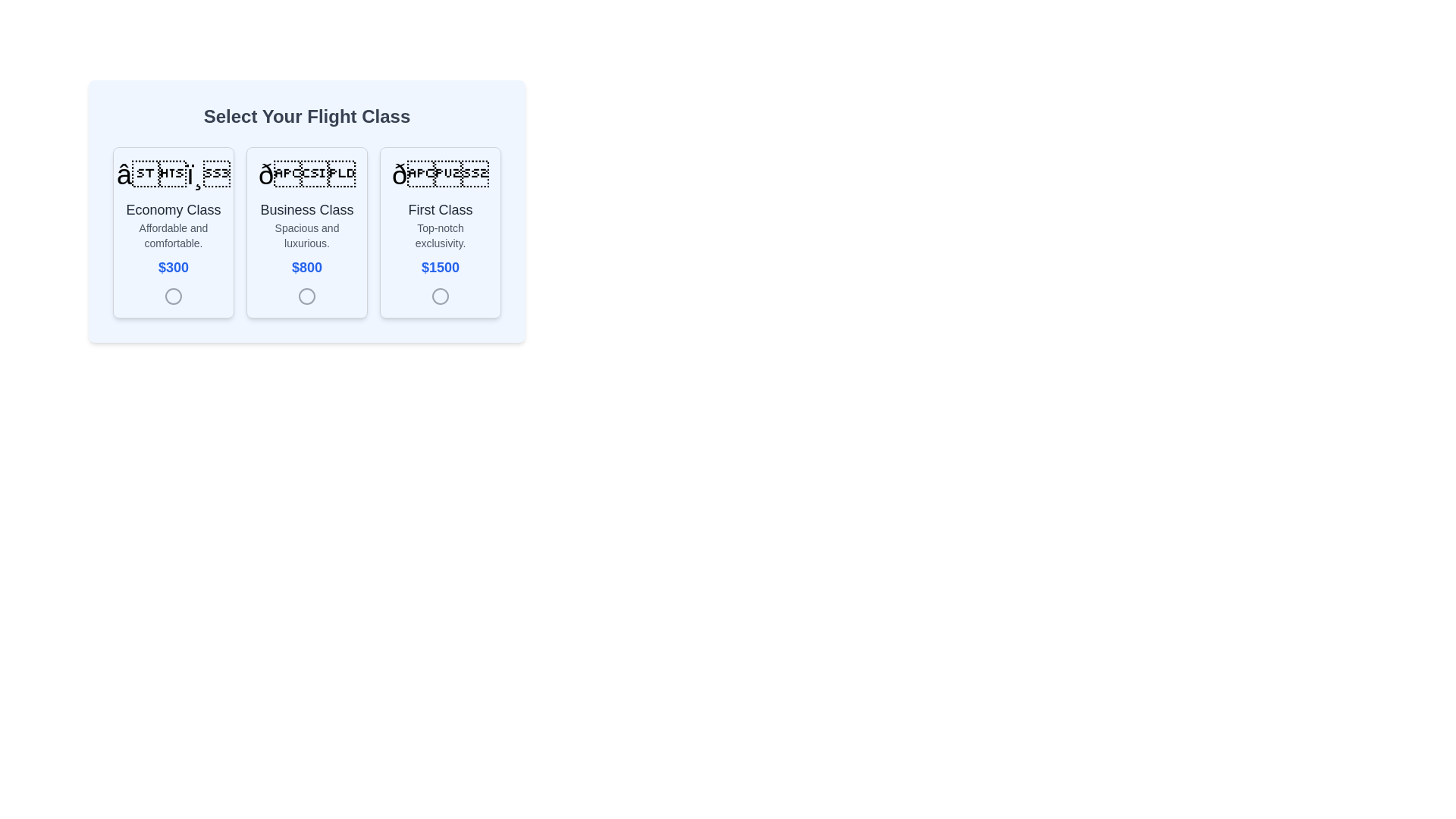  I want to click on the second selectable card component in the grid layout that contains a heading, description, and price, so click(306, 233).